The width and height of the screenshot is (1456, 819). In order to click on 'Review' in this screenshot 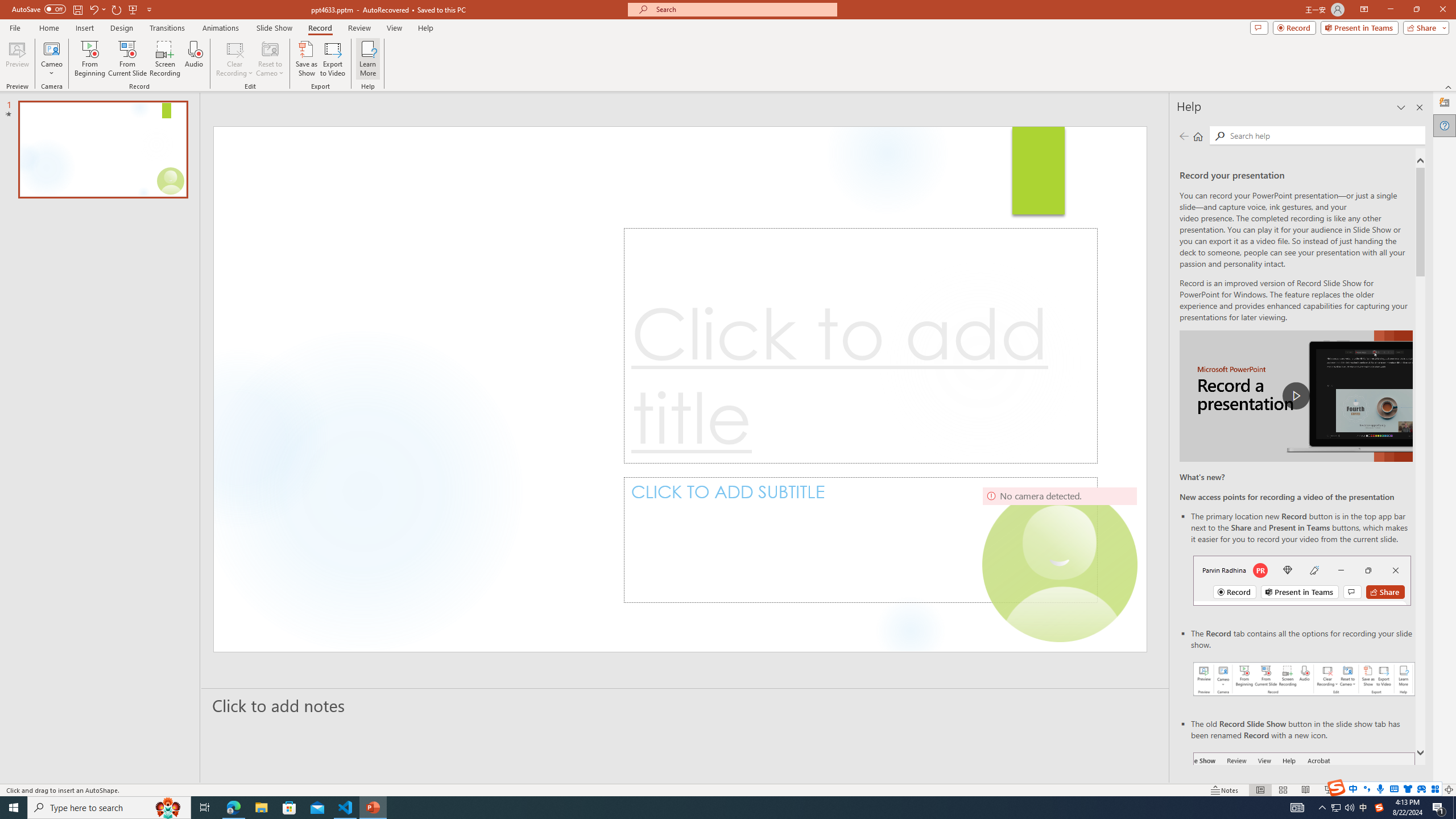, I will do `click(359, 28)`.